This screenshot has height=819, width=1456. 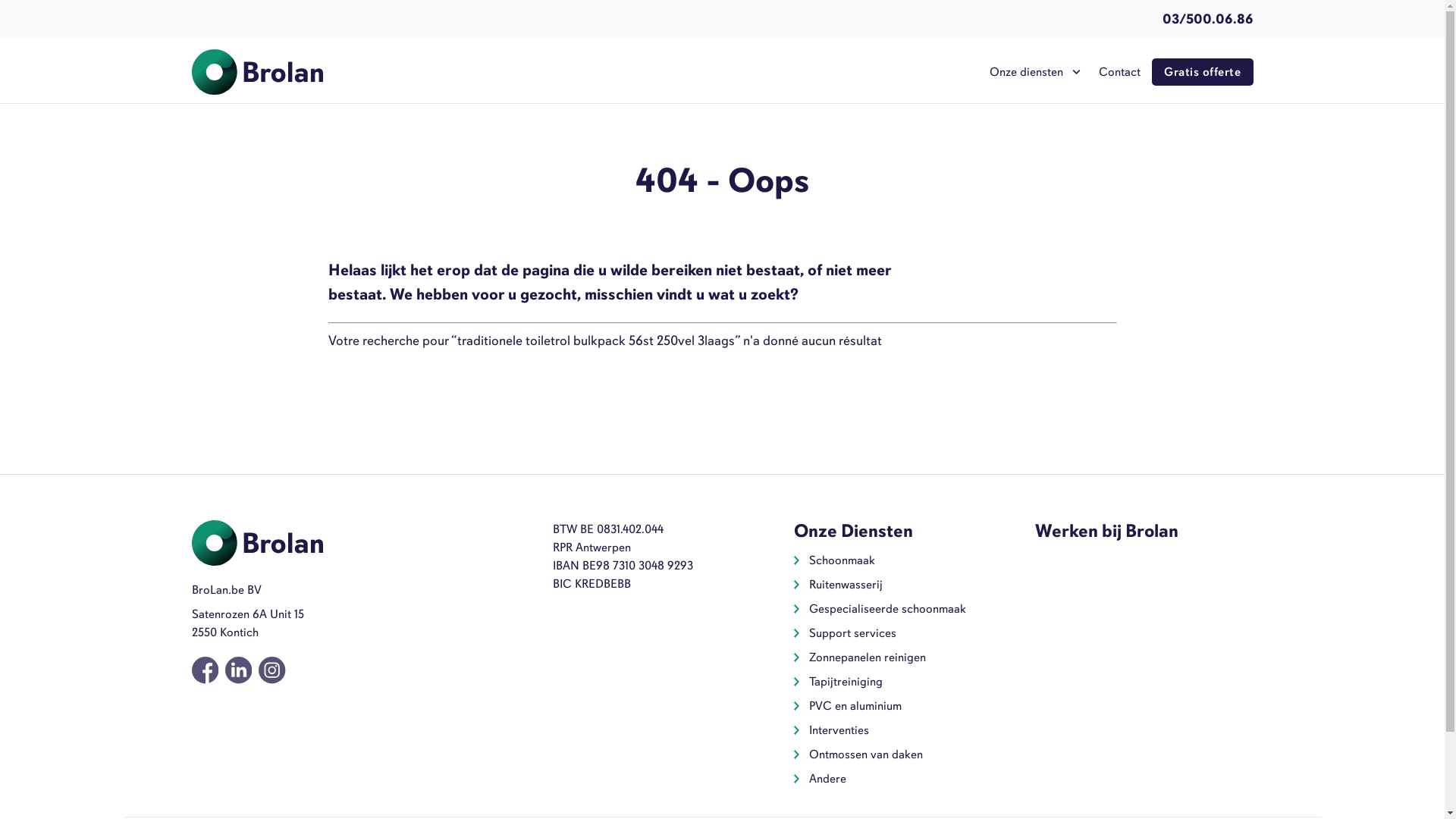 What do you see at coordinates (838, 730) in the screenshot?
I see `'Interventies'` at bounding box center [838, 730].